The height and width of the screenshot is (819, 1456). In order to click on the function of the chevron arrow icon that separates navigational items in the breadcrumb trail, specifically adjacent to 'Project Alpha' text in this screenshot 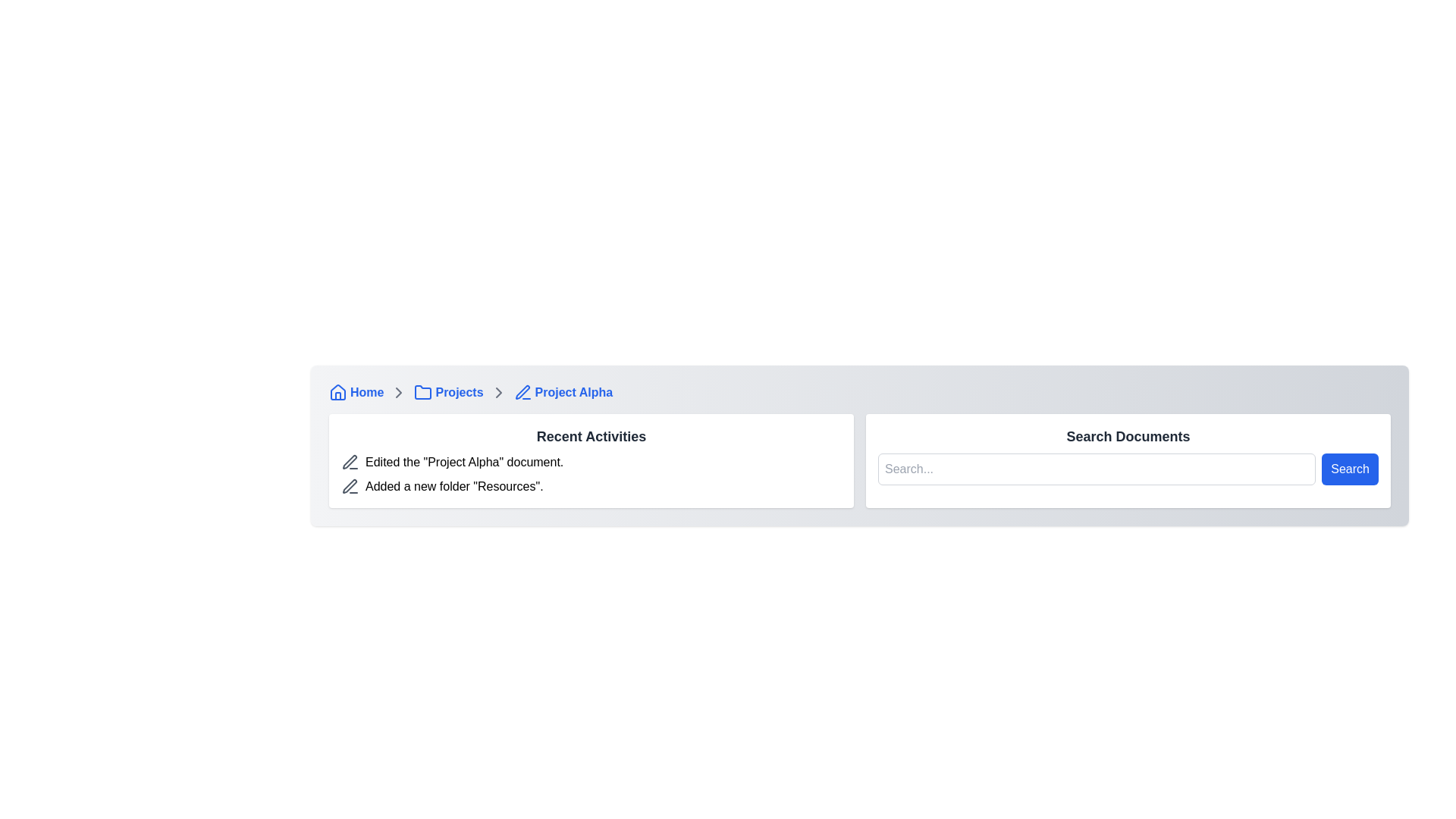, I will do `click(498, 391)`.